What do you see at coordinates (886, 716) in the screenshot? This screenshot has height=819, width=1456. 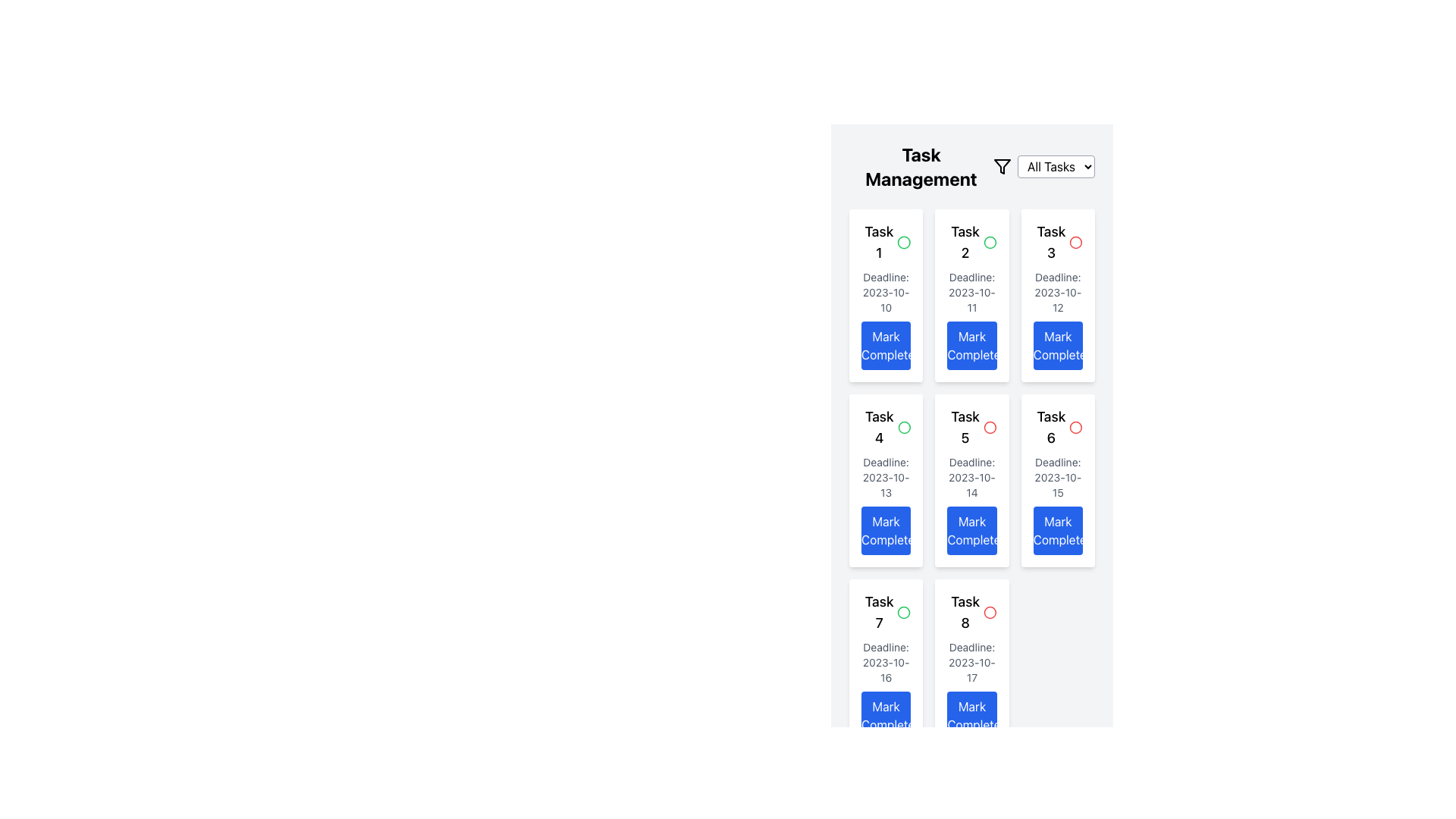 I see `the 'Mark Completed' button with a blue background and white bold text located at the bottom of 'Task 7' card` at bounding box center [886, 716].